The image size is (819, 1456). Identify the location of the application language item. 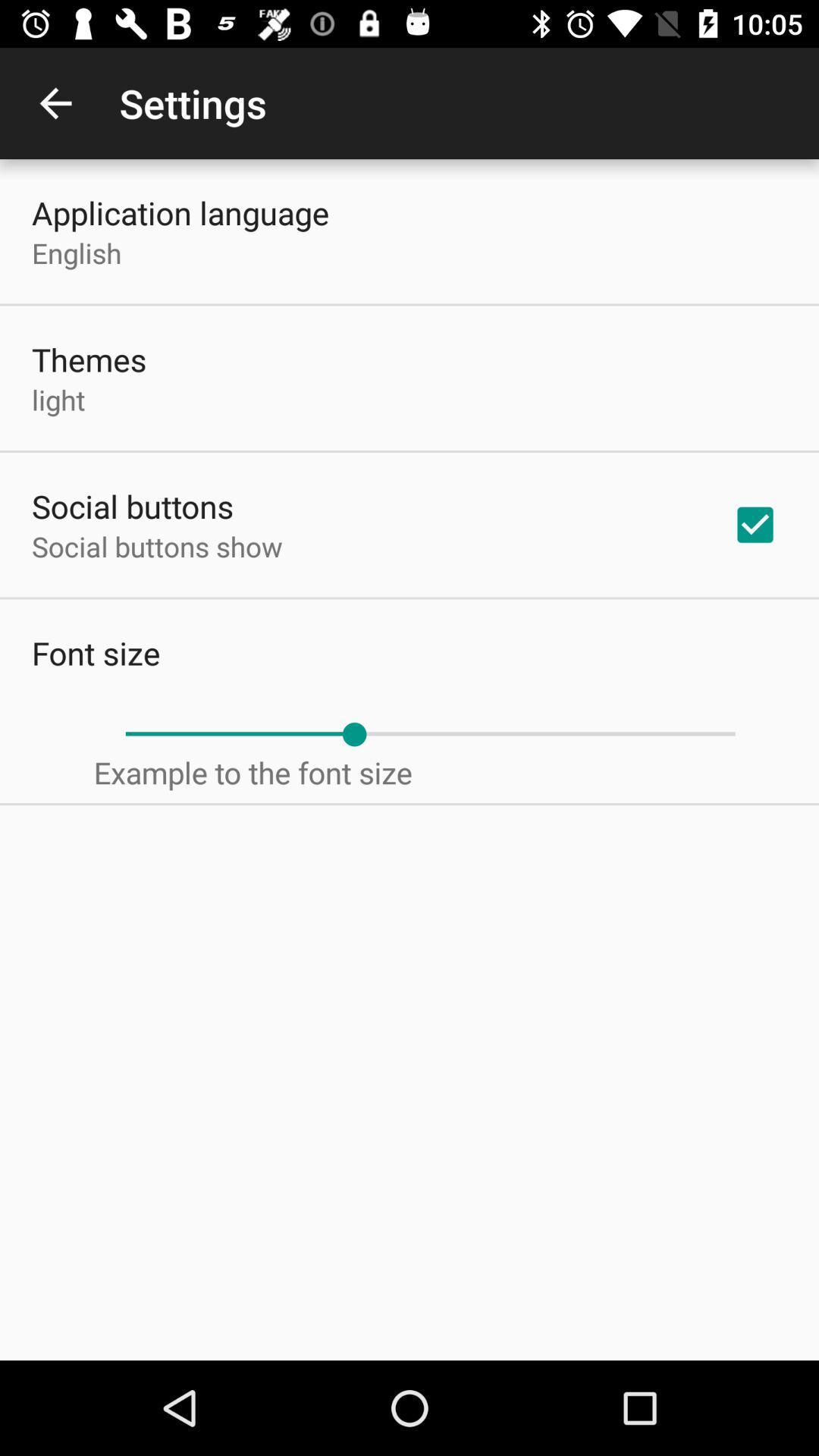
(180, 212).